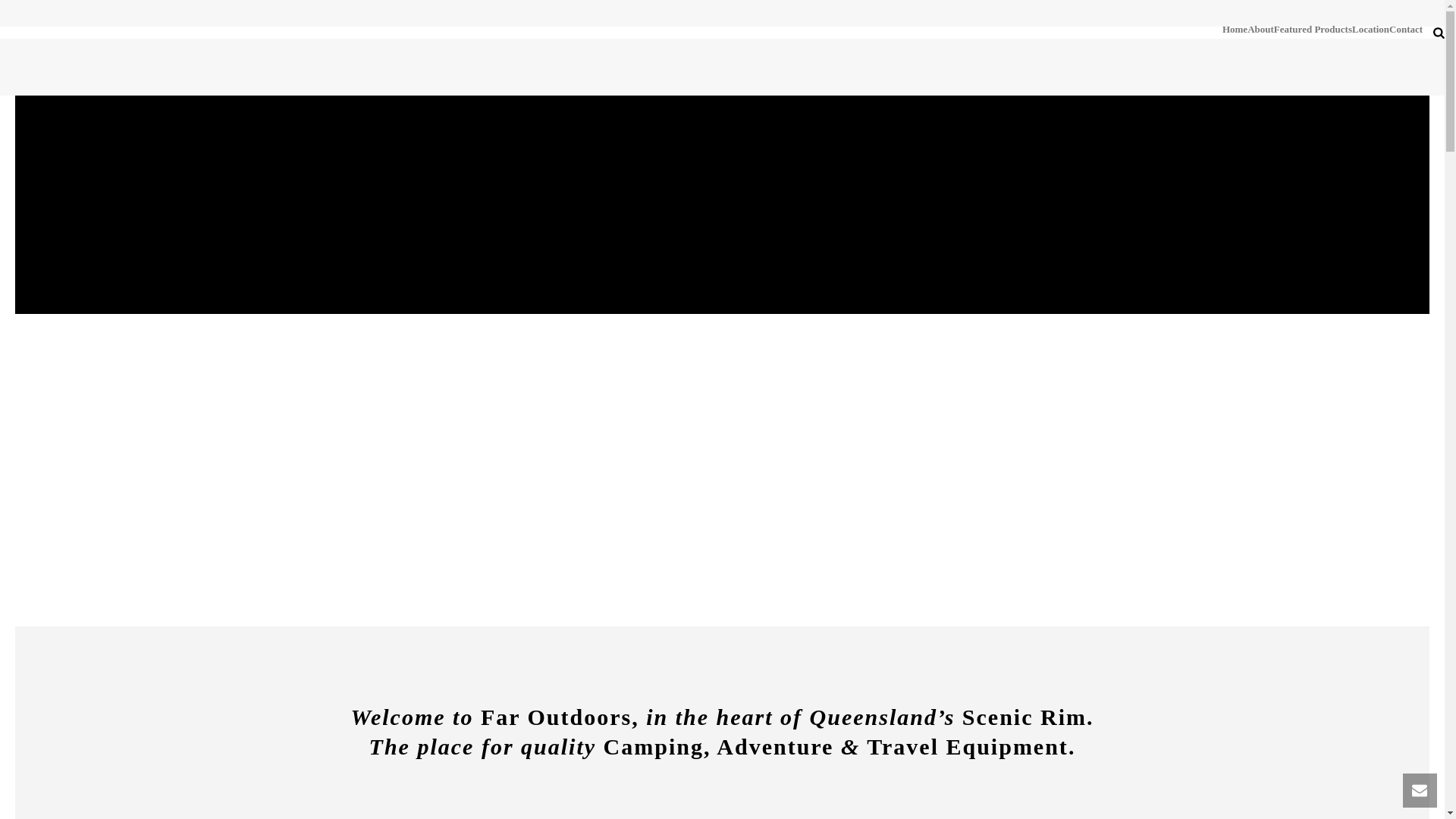  What do you see at coordinates (1404, 29) in the screenshot?
I see `'Contact'` at bounding box center [1404, 29].